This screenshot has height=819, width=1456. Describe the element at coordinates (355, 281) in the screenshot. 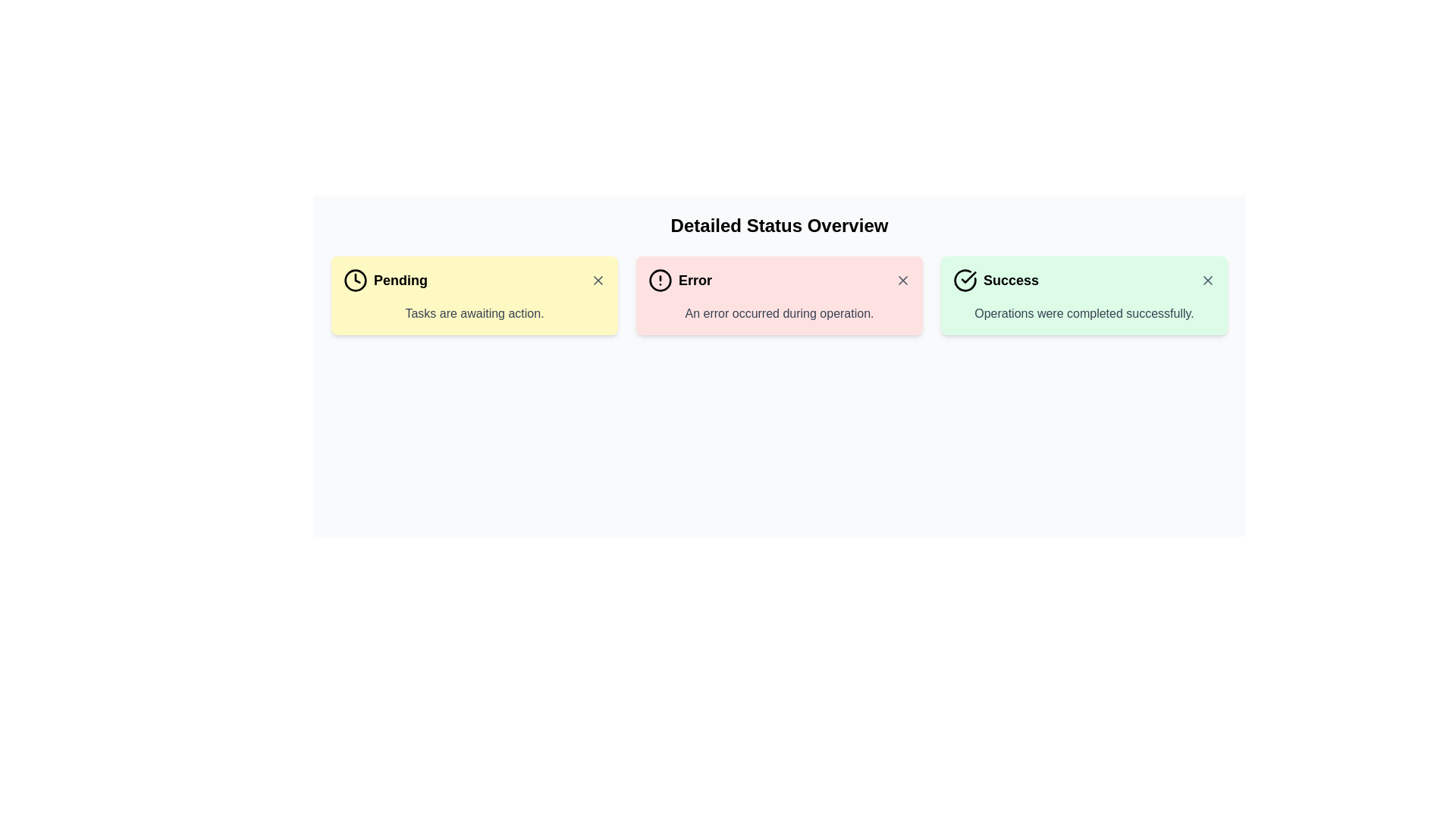

I see `the clock icon located within the first status card labeled 'Pending', which is vertically centered and to the left of the text 'Pending'` at that location.